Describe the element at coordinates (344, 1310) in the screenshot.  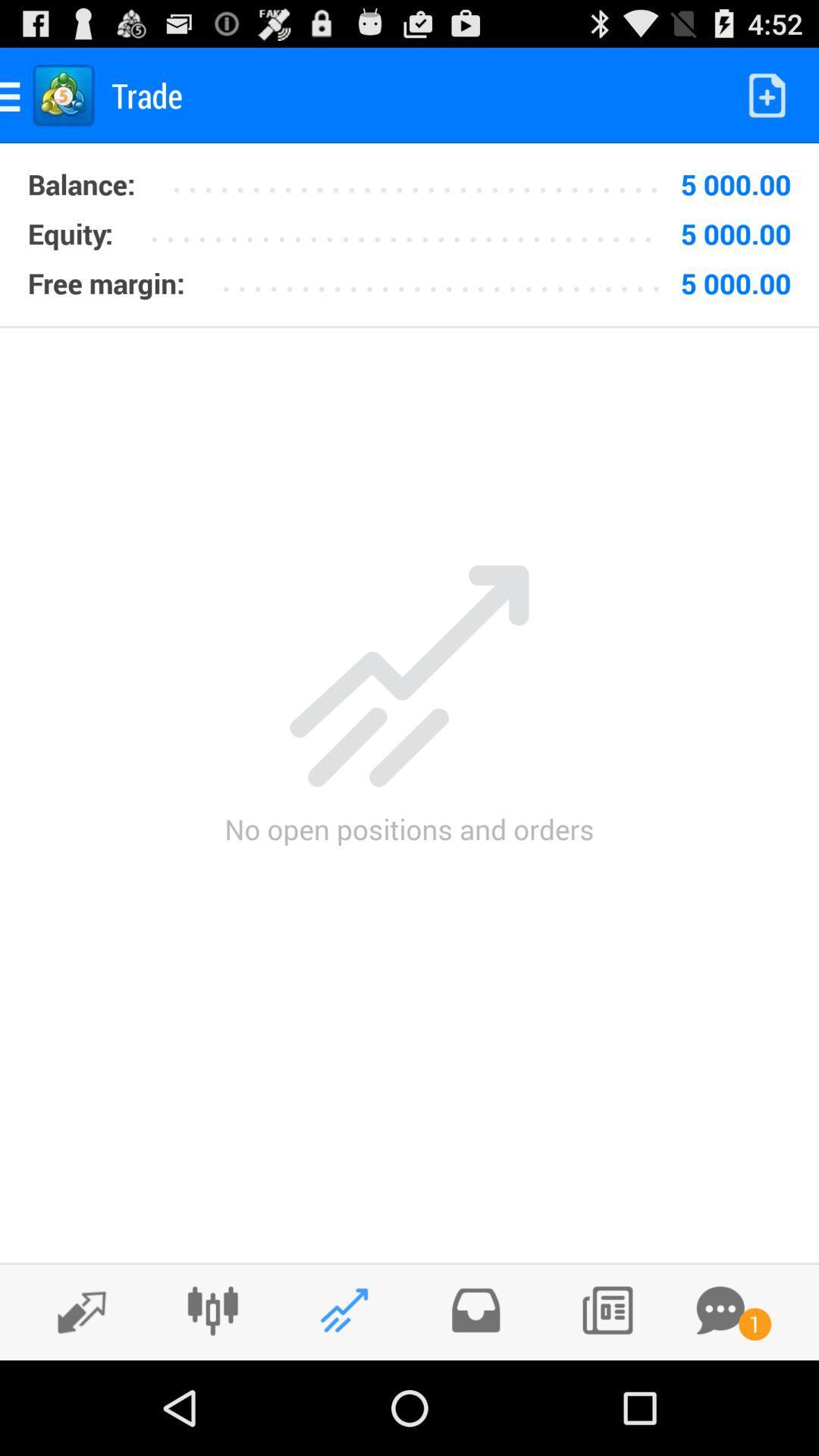
I see `open positions and orders` at that location.